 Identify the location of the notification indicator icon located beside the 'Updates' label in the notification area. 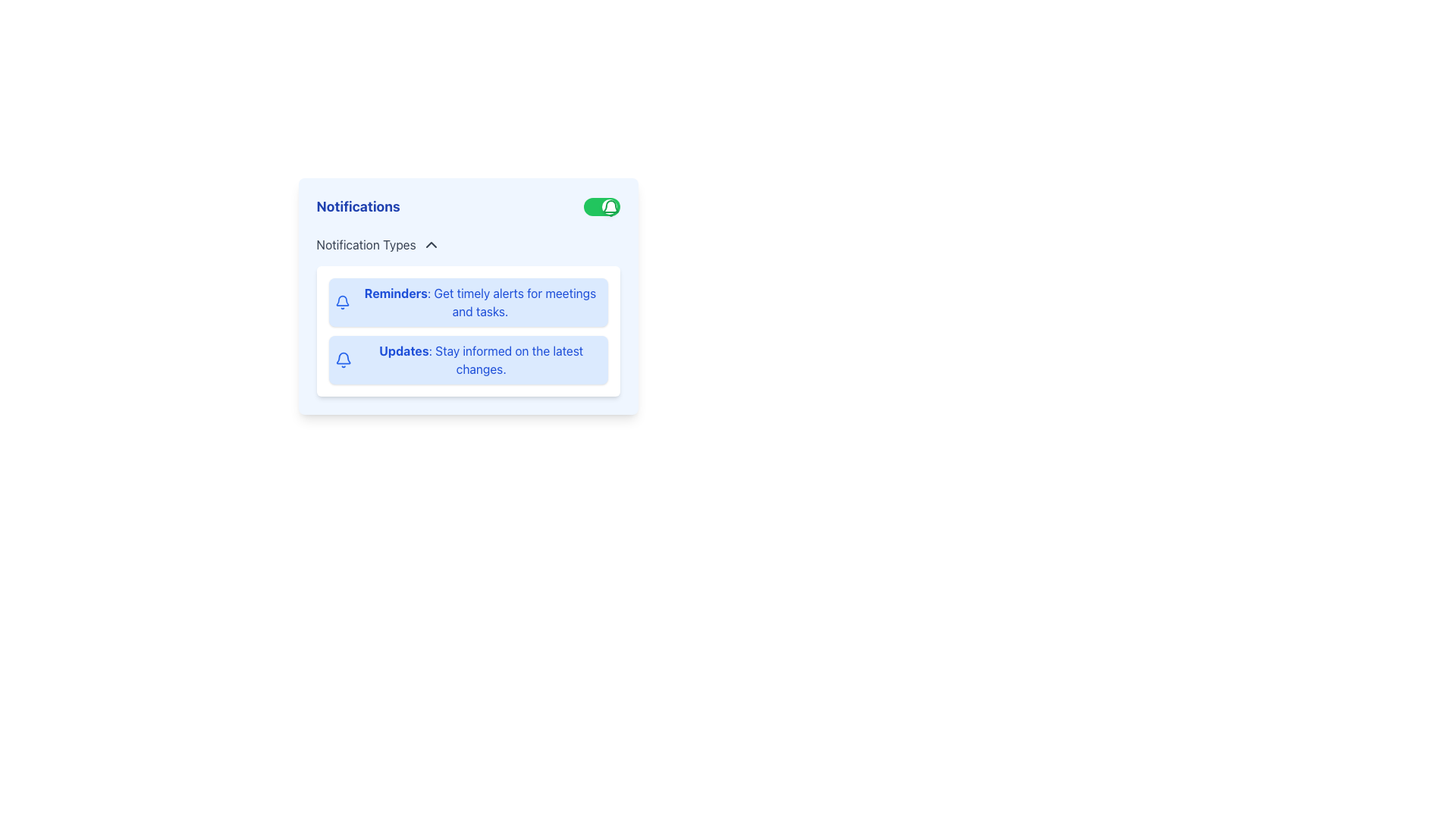
(342, 359).